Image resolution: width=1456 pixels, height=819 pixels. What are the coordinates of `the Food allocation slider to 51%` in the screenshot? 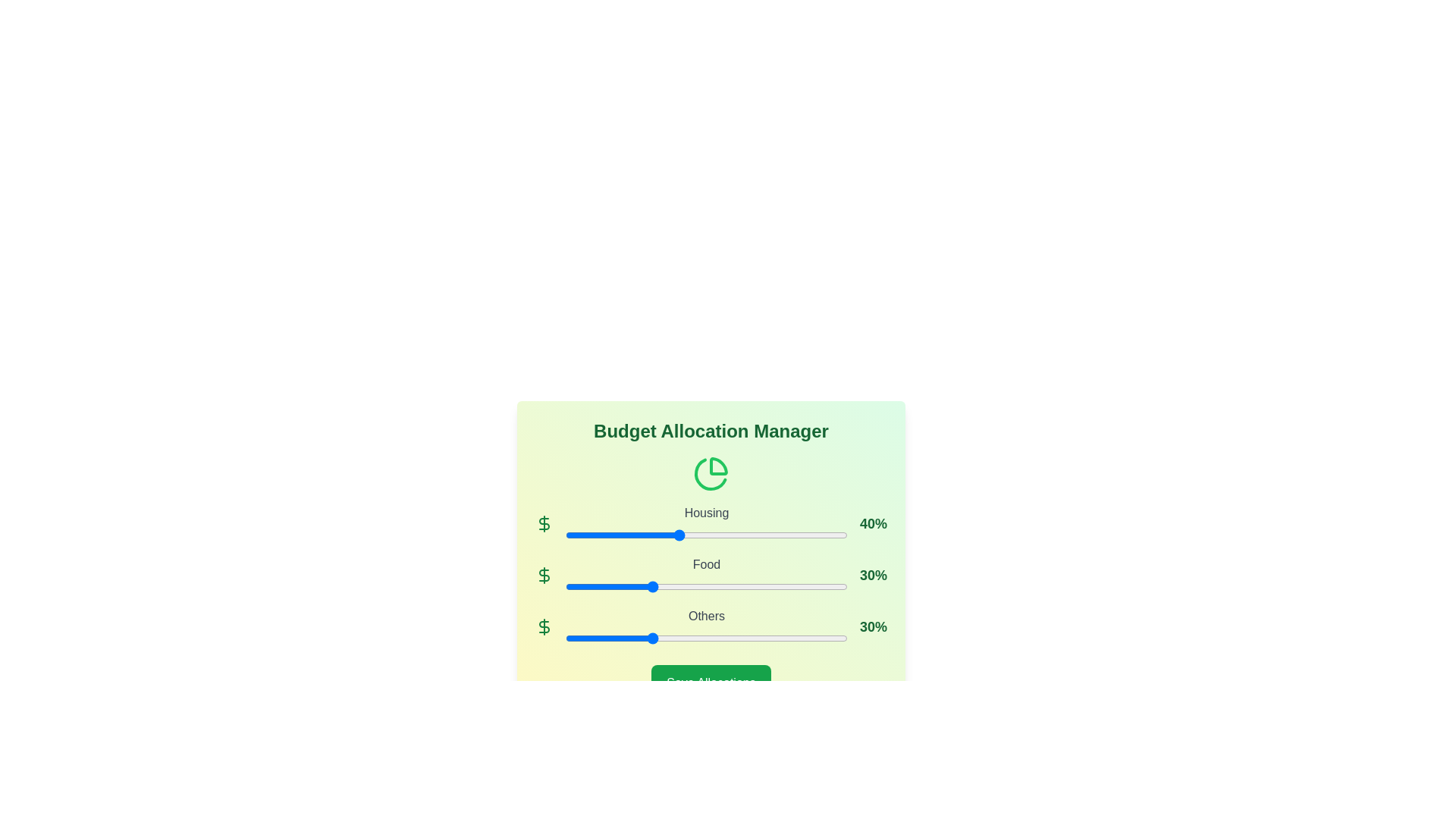 It's located at (708, 586).